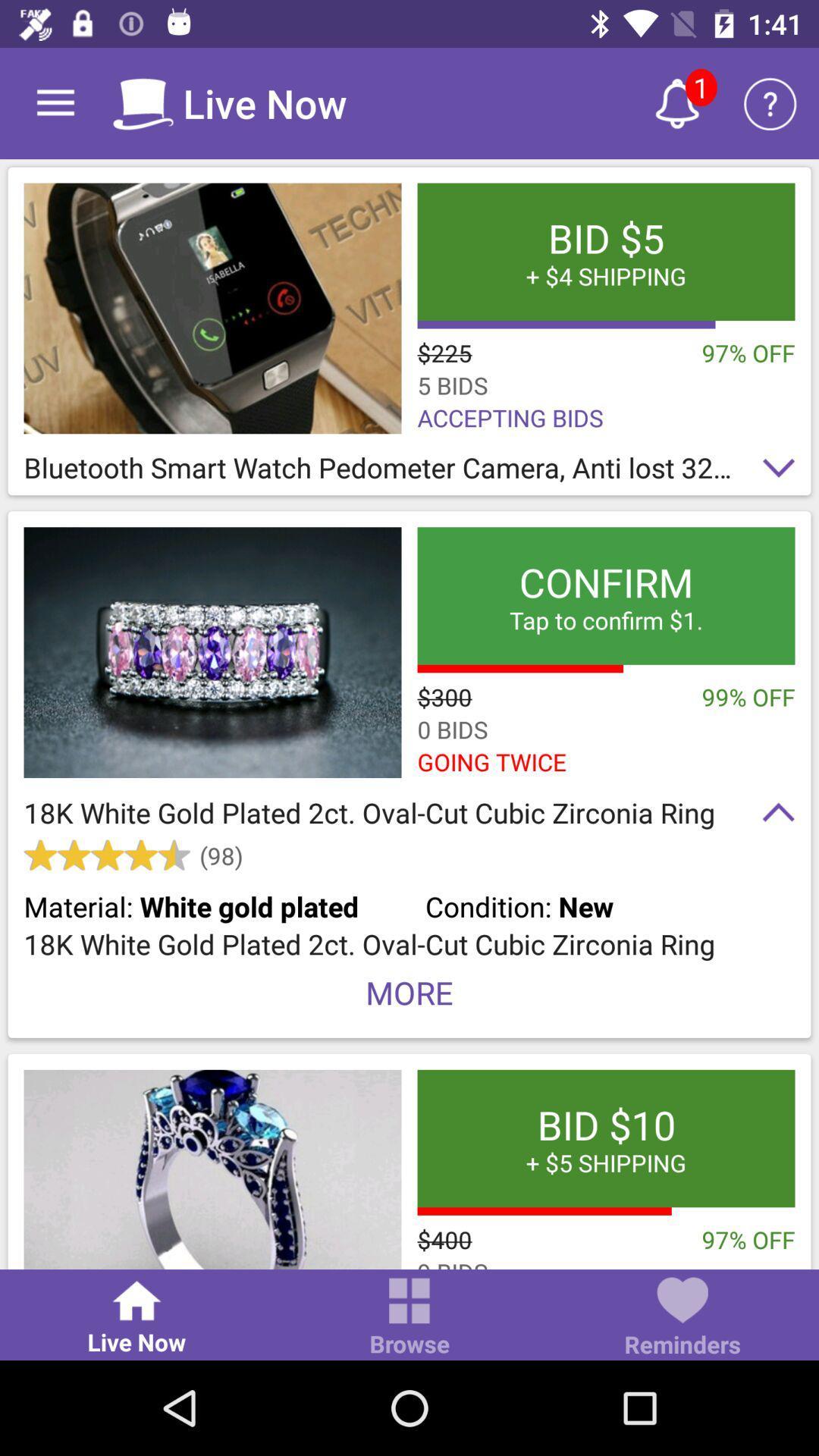 This screenshot has height=1456, width=819. Describe the element at coordinates (212, 652) in the screenshot. I see `open product` at that location.